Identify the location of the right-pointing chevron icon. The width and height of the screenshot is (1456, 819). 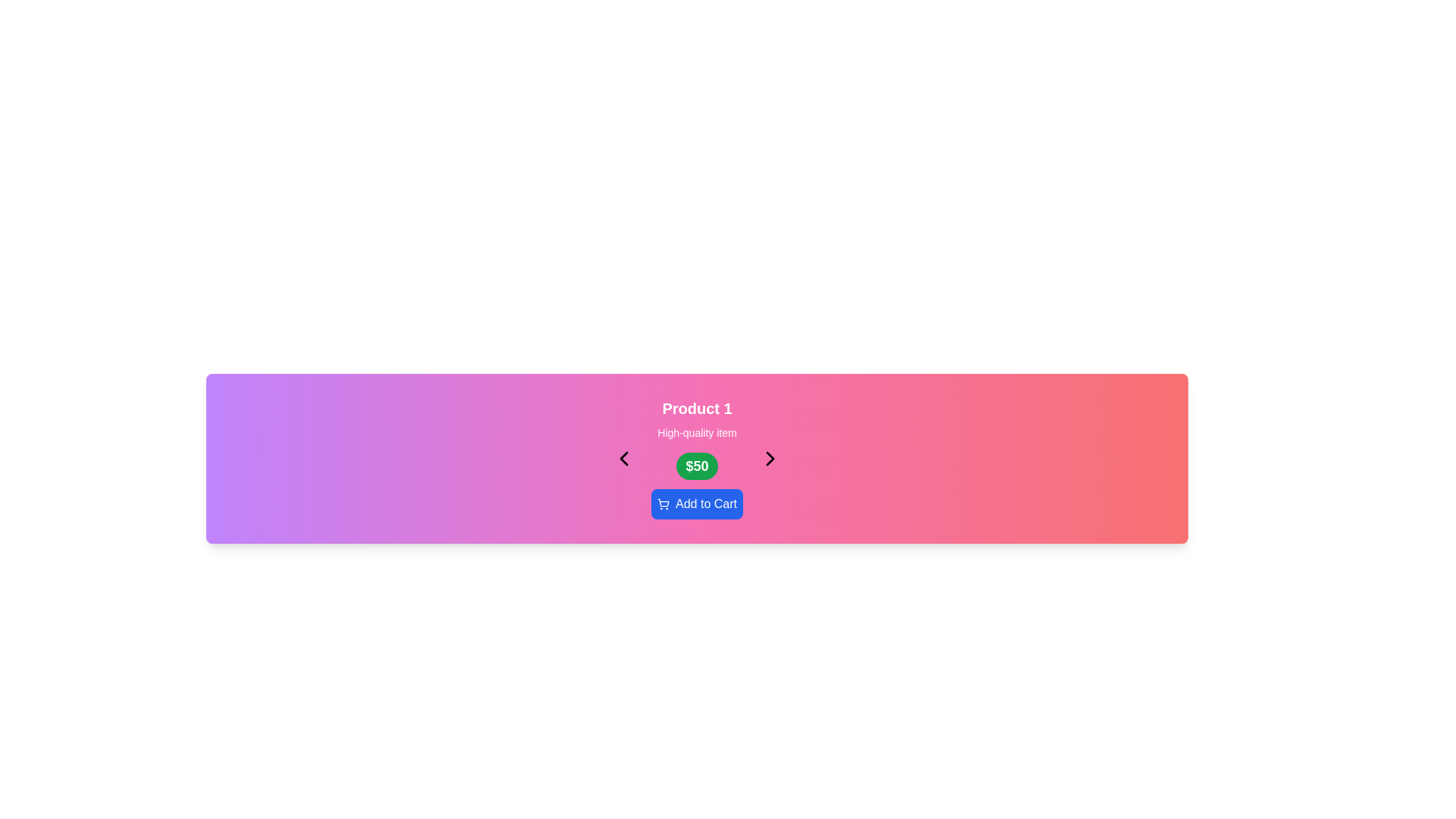
(770, 458).